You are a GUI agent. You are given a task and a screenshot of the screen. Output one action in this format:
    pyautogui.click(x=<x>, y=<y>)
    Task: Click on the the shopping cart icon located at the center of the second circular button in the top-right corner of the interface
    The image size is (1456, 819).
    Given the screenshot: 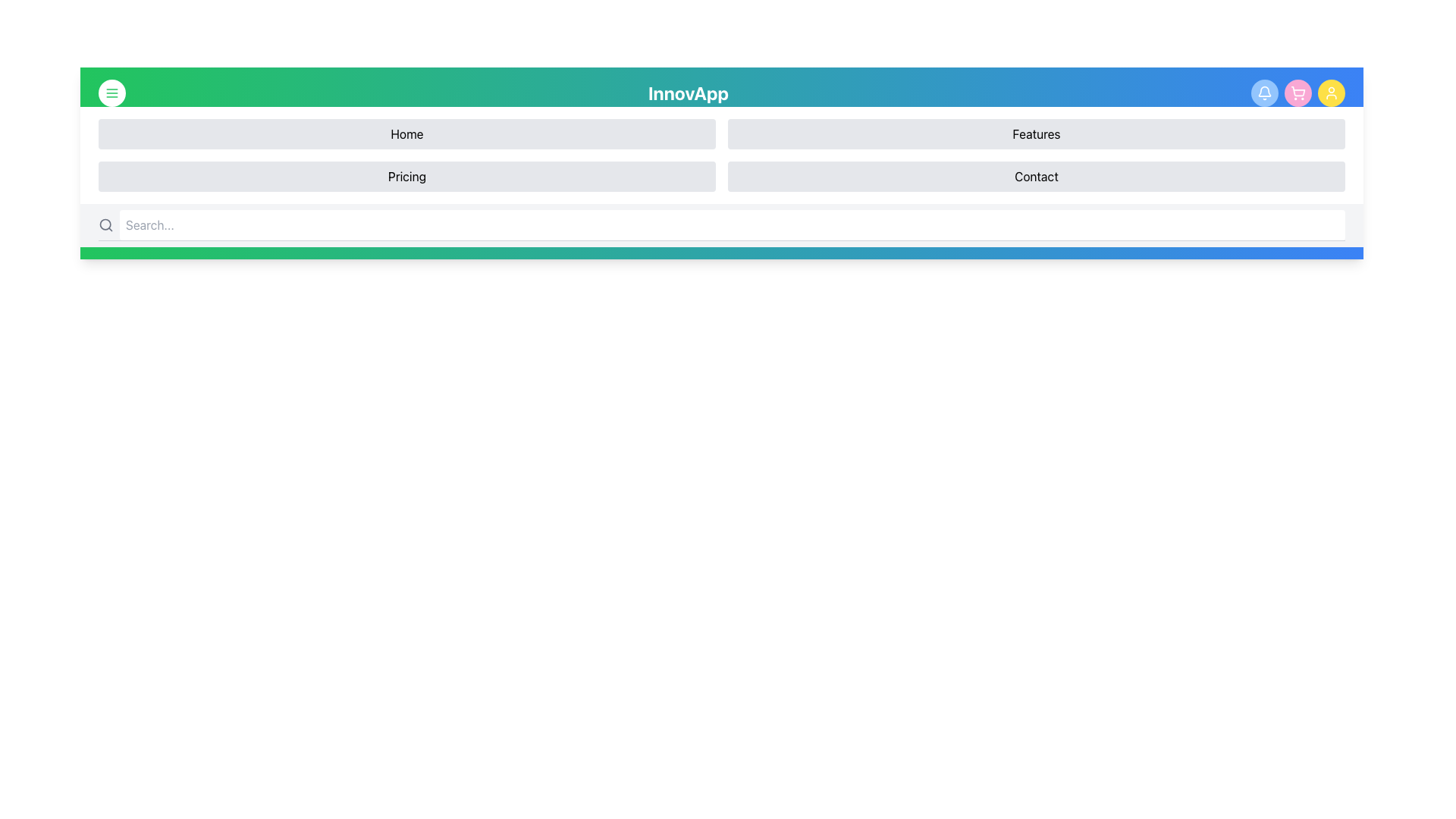 What is the action you would take?
    pyautogui.click(x=1298, y=93)
    